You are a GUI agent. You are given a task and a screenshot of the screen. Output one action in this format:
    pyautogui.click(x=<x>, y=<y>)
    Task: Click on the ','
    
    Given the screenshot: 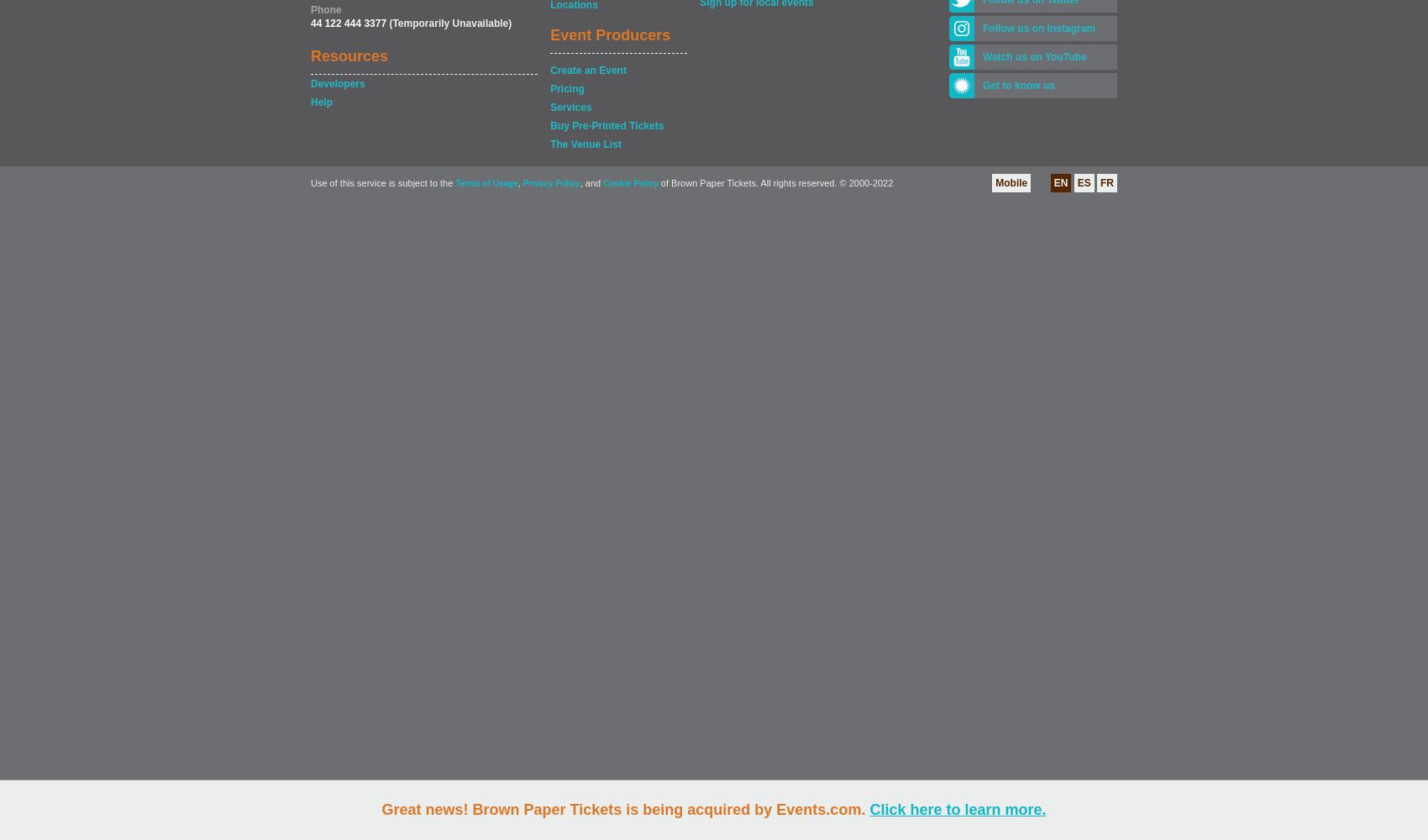 What is the action you would take?
    pyautogui.click(x=518, y=182)
    